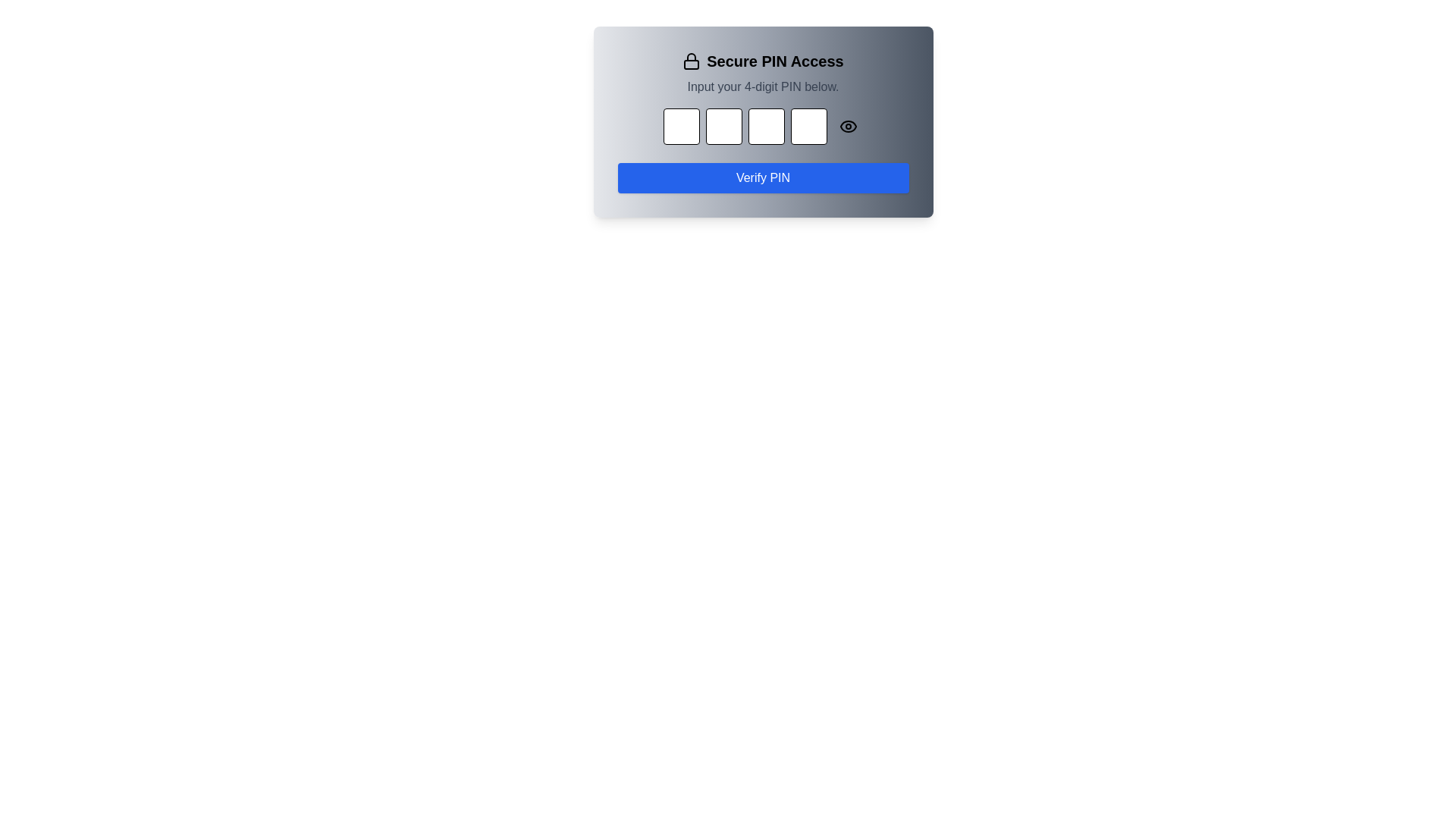  I want to click on the lock icon, which is an SVG-based Decorative Icon located to the left of the text 'Secure PIN Access' in the title section of the panel, so click(691, 61).